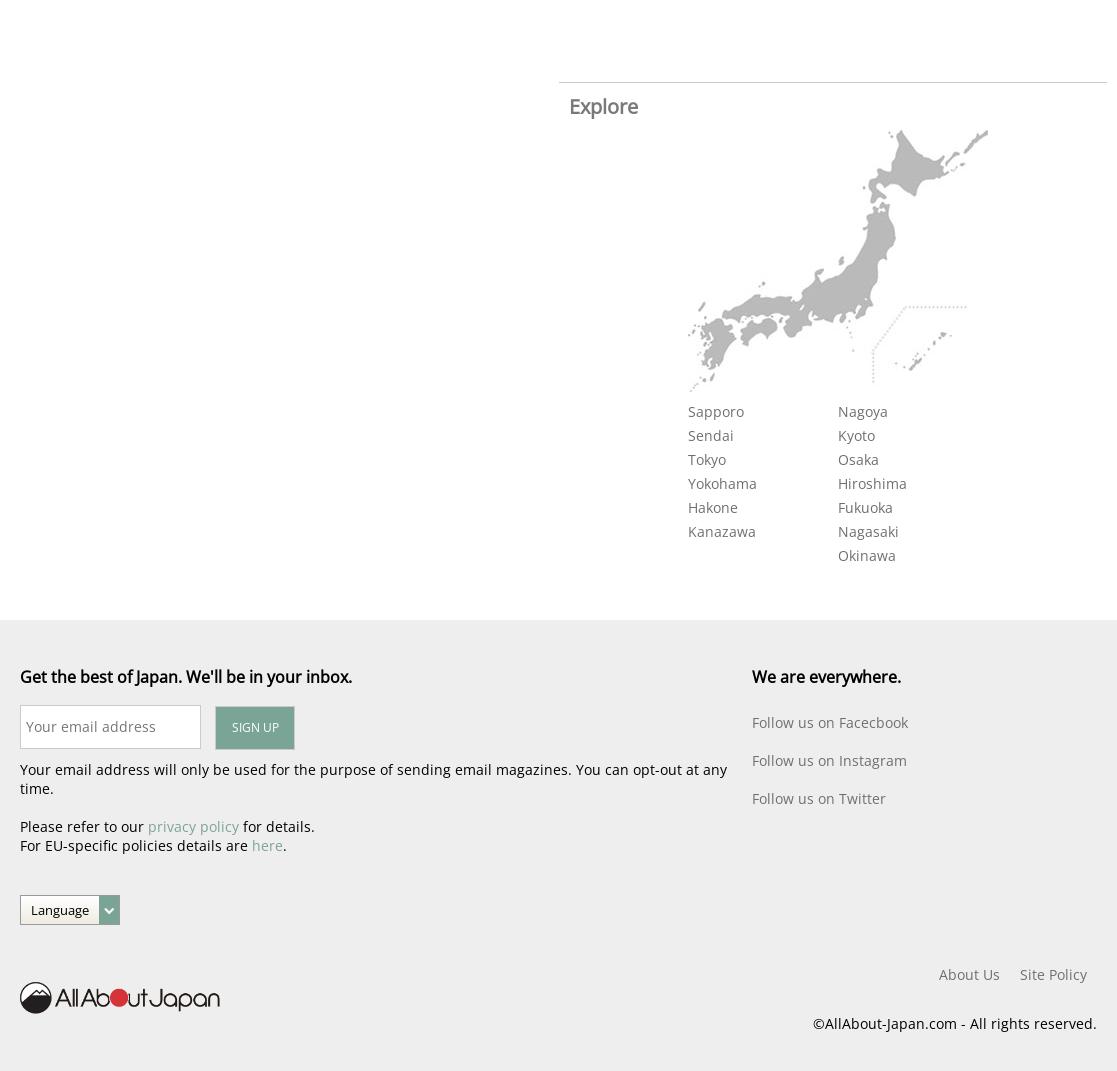 This screenshot has height=1071, width=1117. Describe the element at coordinates (818, 797) in the screenshot. I see `'Follow us on Twitter'` at that location.